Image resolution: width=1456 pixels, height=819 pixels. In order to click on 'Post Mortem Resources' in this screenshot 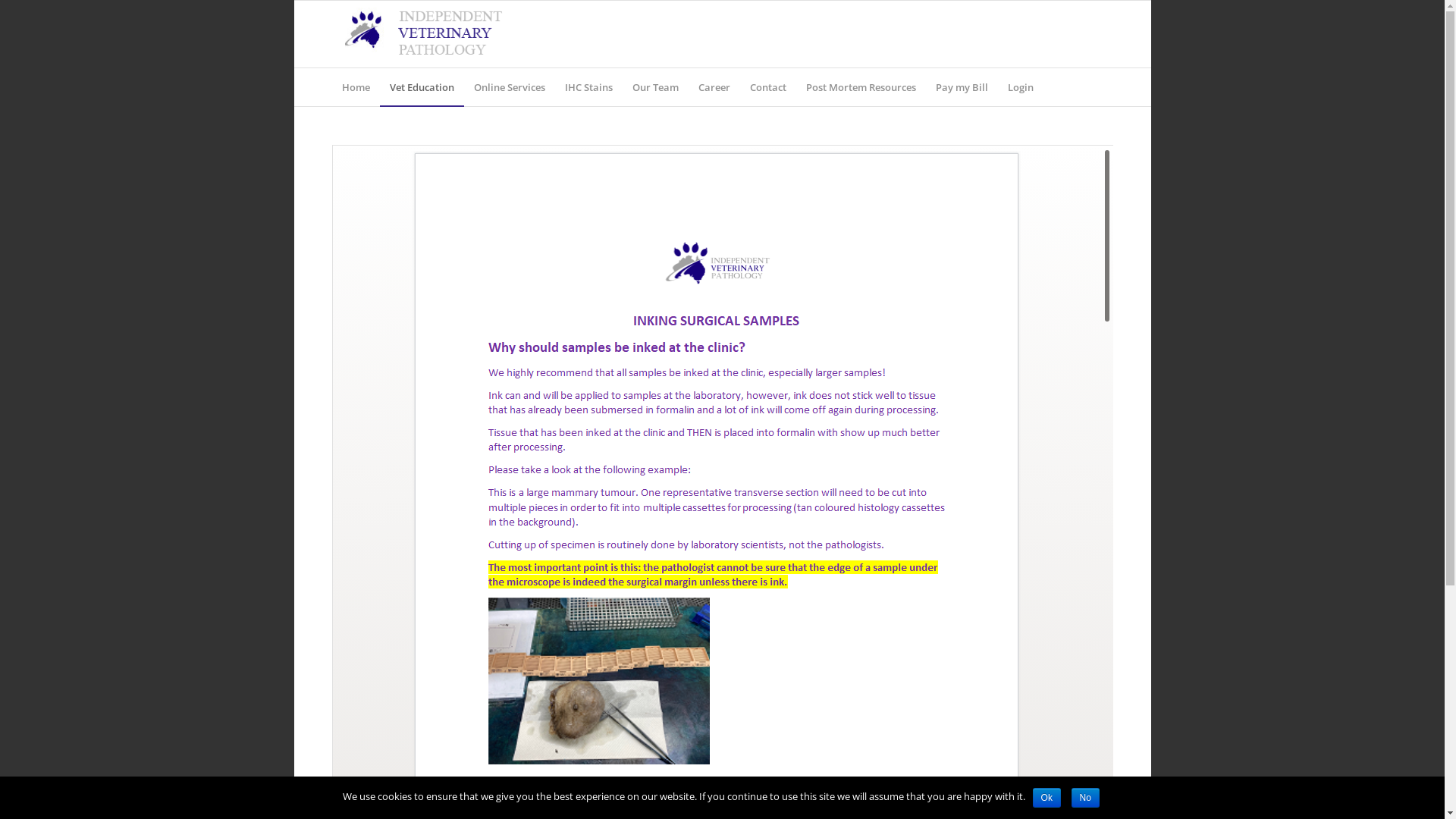, I will do `click(861, 87)`.